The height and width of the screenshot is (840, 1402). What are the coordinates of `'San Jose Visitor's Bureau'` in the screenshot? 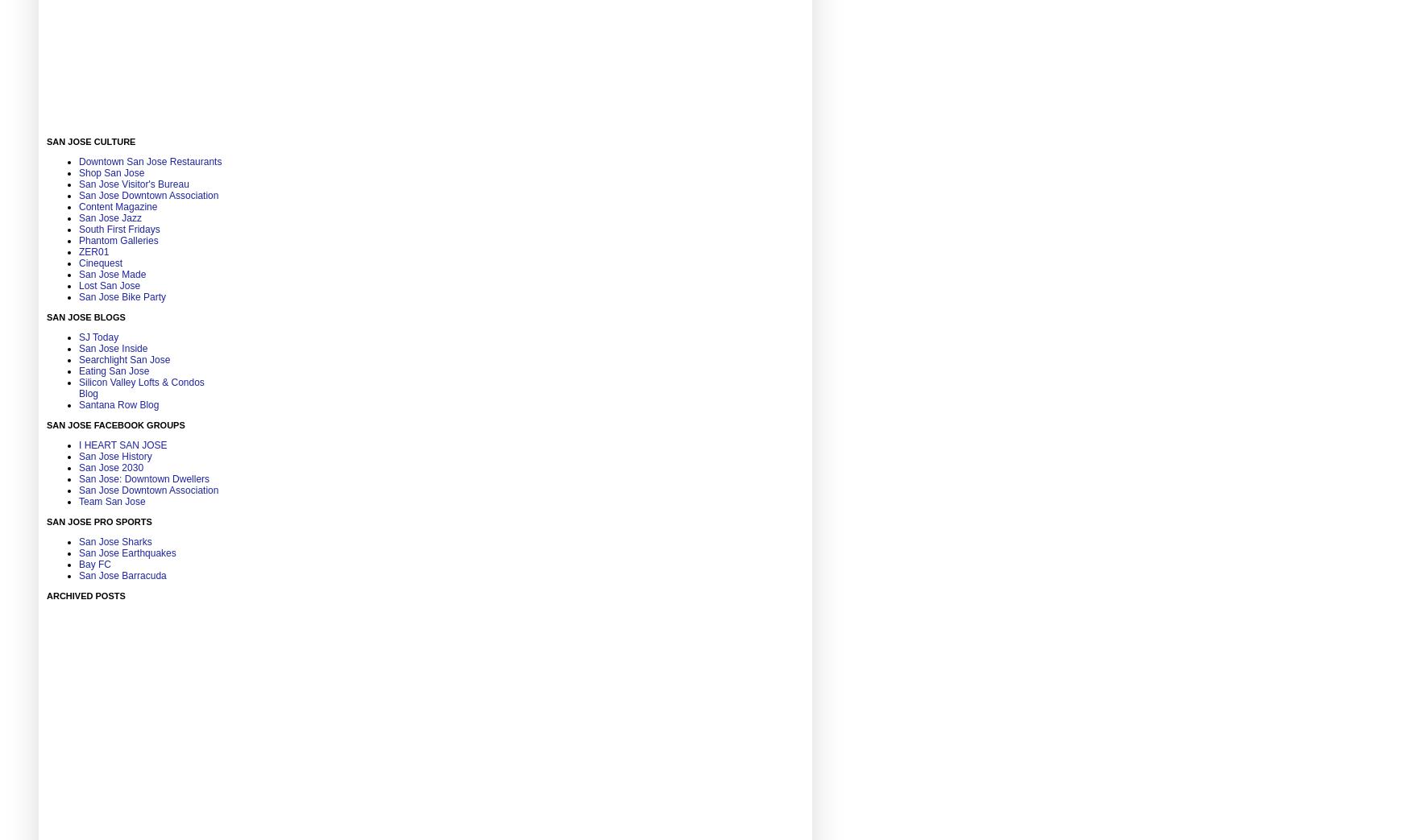 It's located at (132, 183).